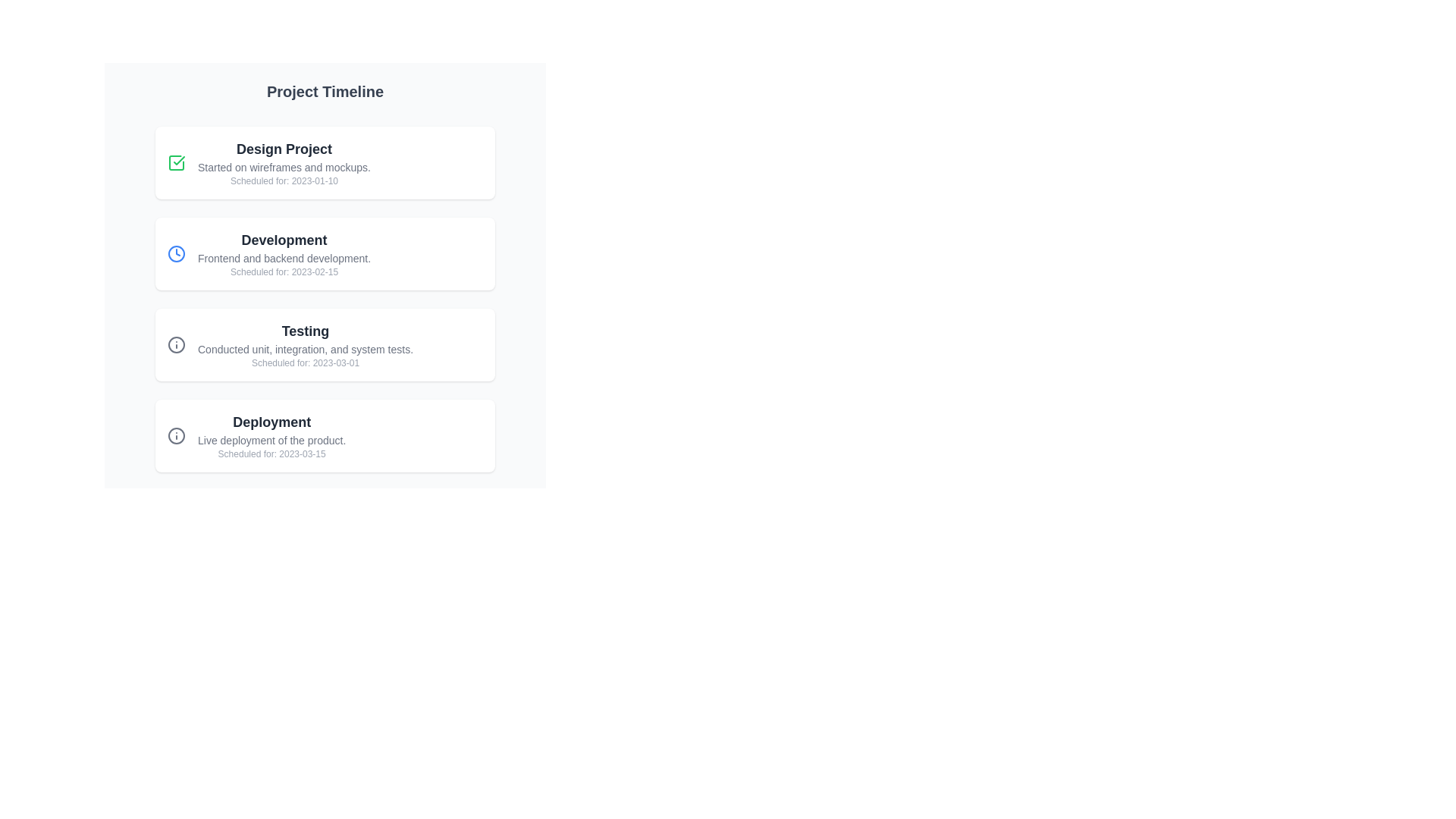 The width and height of the screenshot is (1456, 819). I want to click on the text element that reads 'Conducted unit, integration, and system tests.' located in the third item under the 'Project Timeline' header, positioned below 'Testing', so click(305, 350).